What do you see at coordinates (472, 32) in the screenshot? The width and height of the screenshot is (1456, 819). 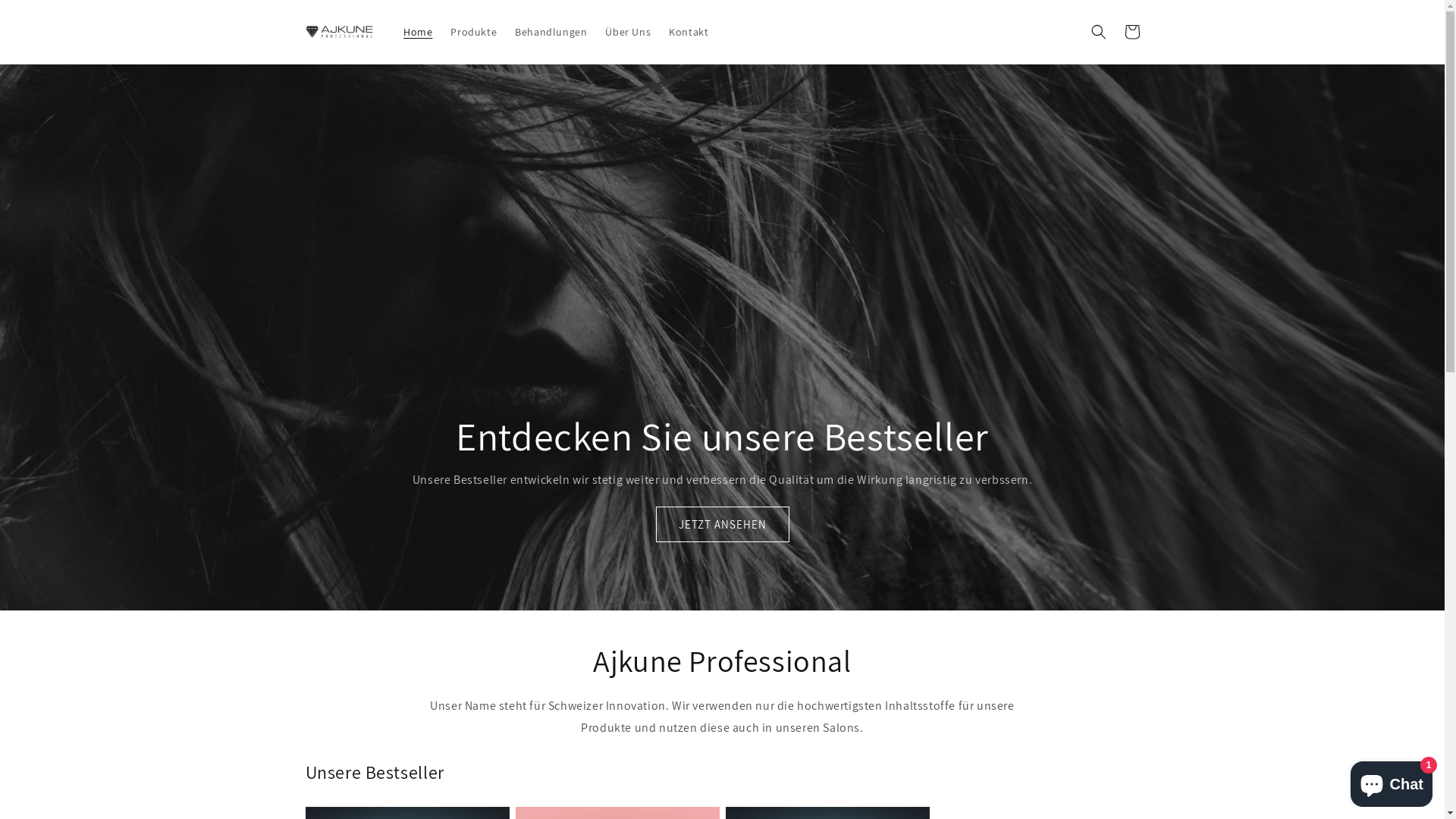 I see `'Produkte'` at bounding box center [472, 32].